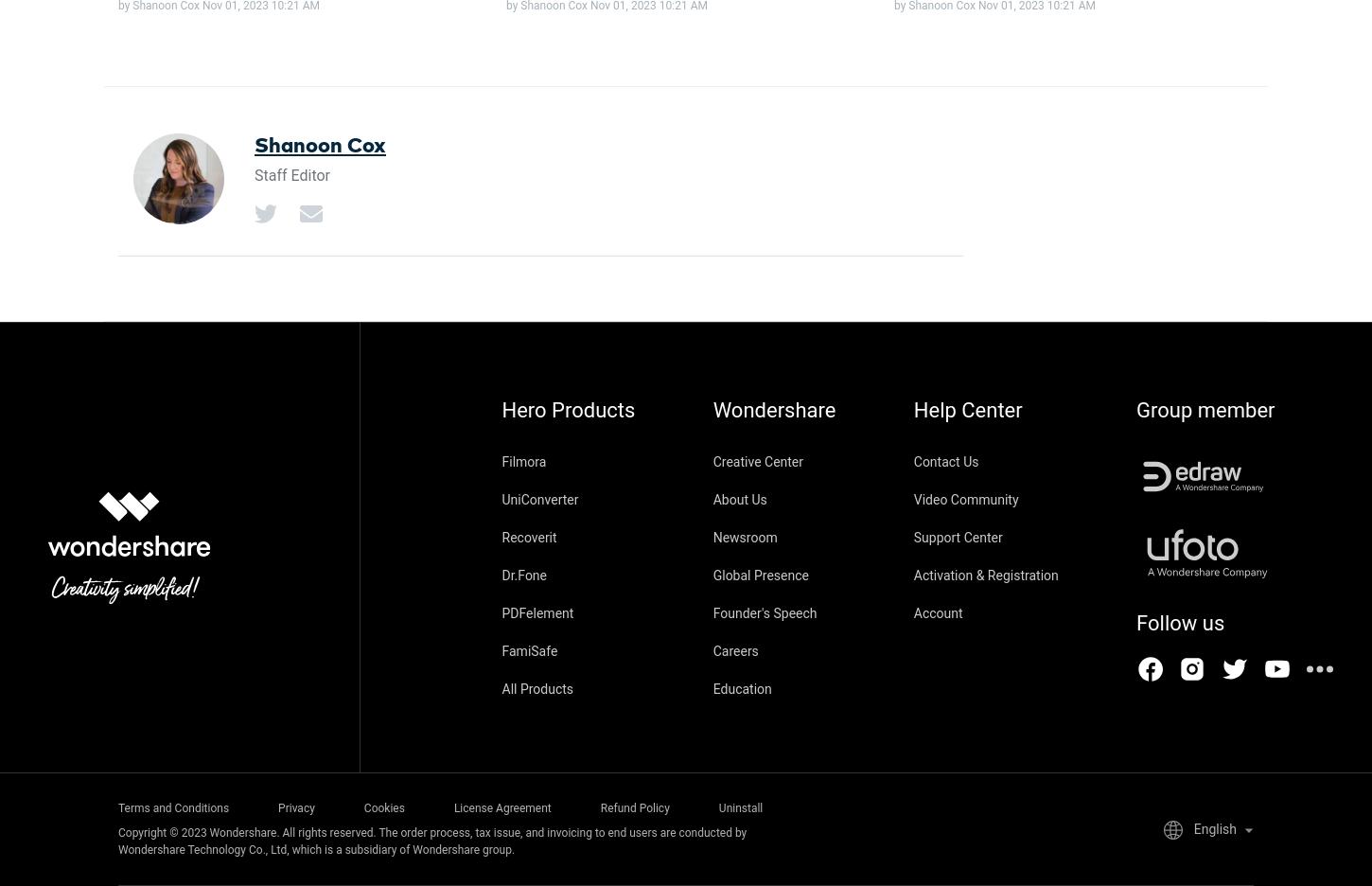  I want to click on 'Activation & Registration', so click(985, 576).